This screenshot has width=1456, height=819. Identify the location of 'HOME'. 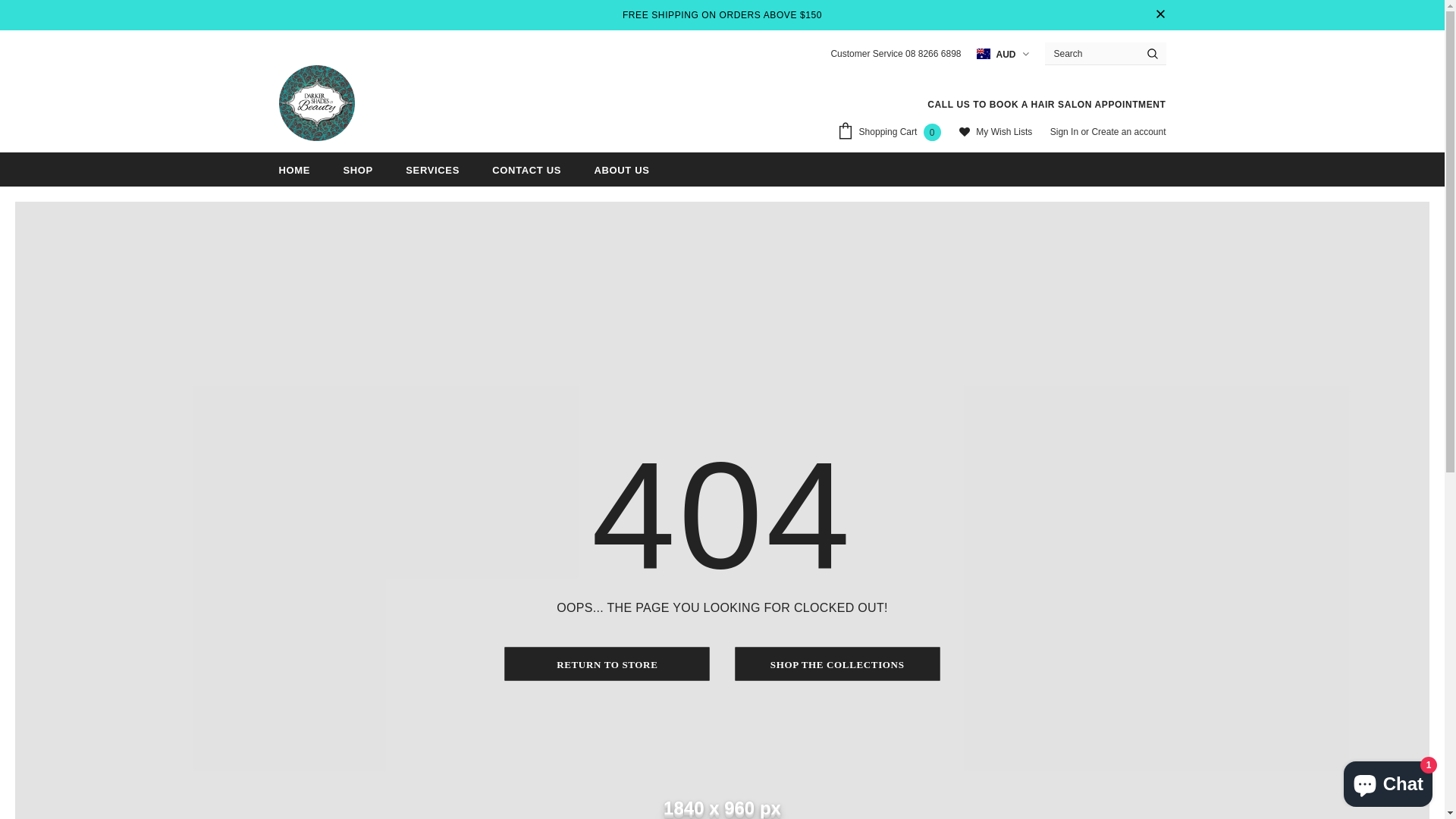
(294, 169).